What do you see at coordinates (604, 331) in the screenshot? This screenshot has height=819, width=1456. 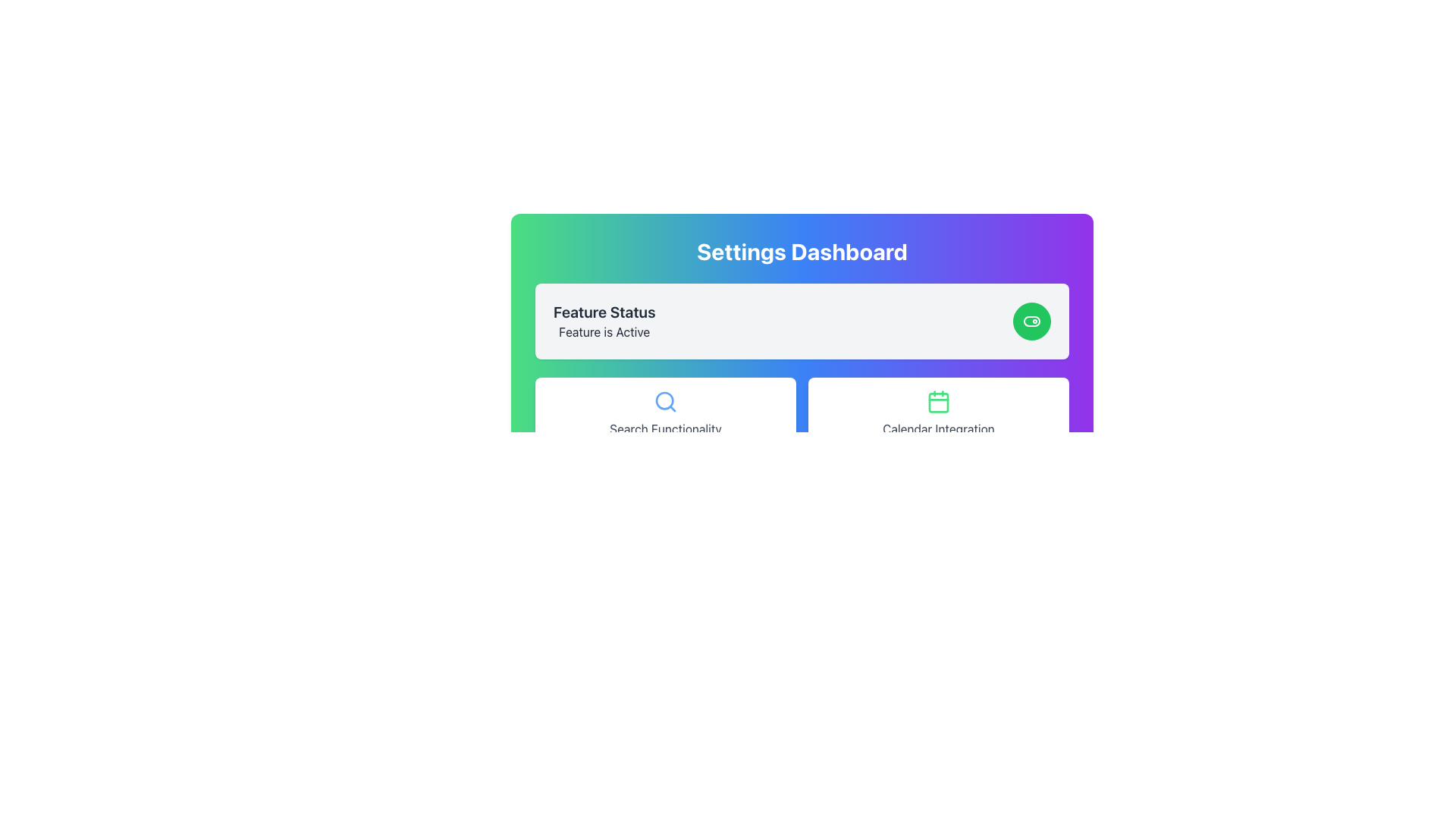 I see `the text label displaying 'Feature is Active', which is positioned below the 'Feature Status' text element` at bounding box center [604, 331].